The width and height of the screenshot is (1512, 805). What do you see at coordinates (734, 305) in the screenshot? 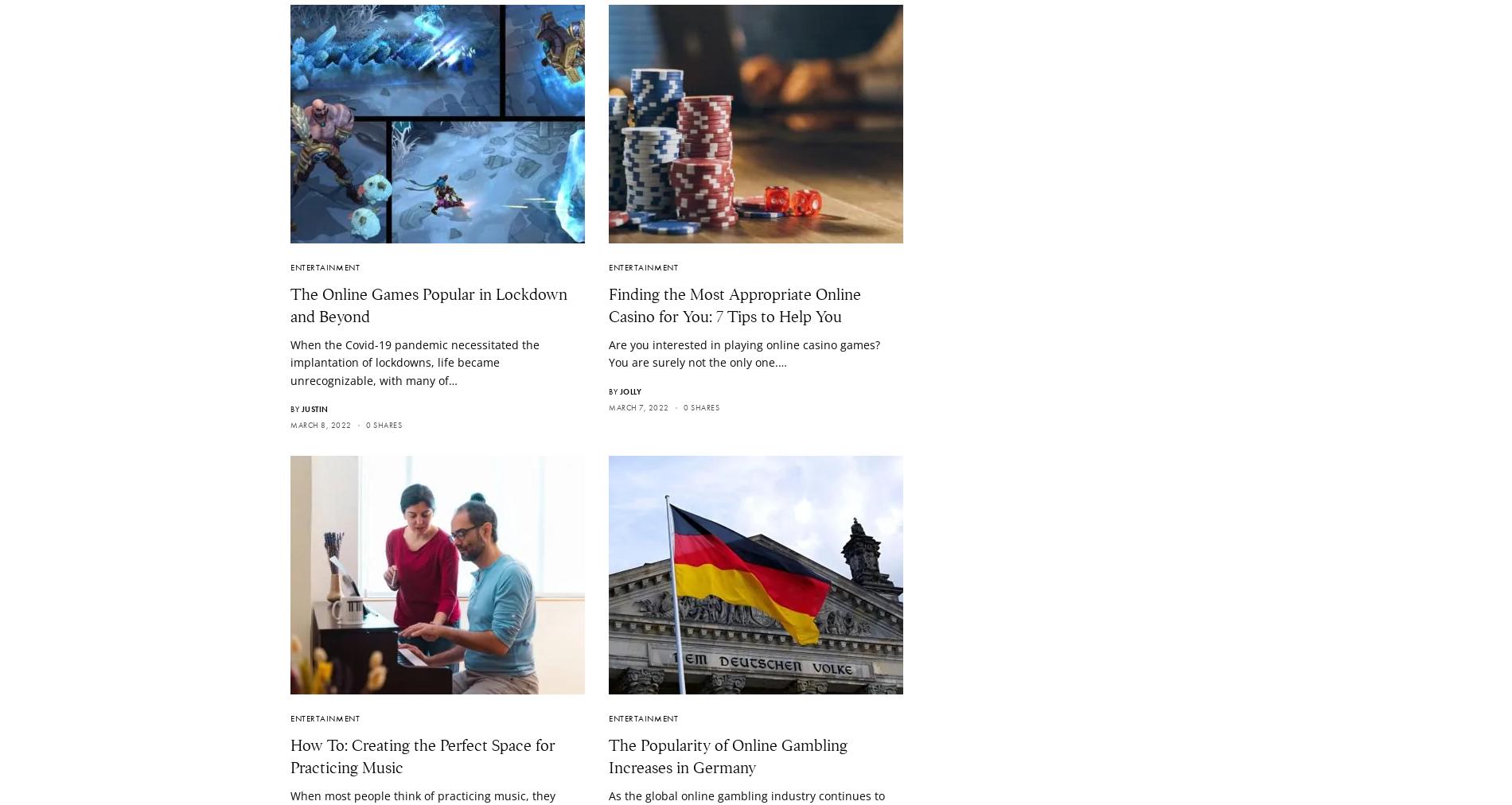
I see `'Finding the Most Appropriate Online Casino for You: 7 Tips to Help You'` at bounding box center [734, 305].